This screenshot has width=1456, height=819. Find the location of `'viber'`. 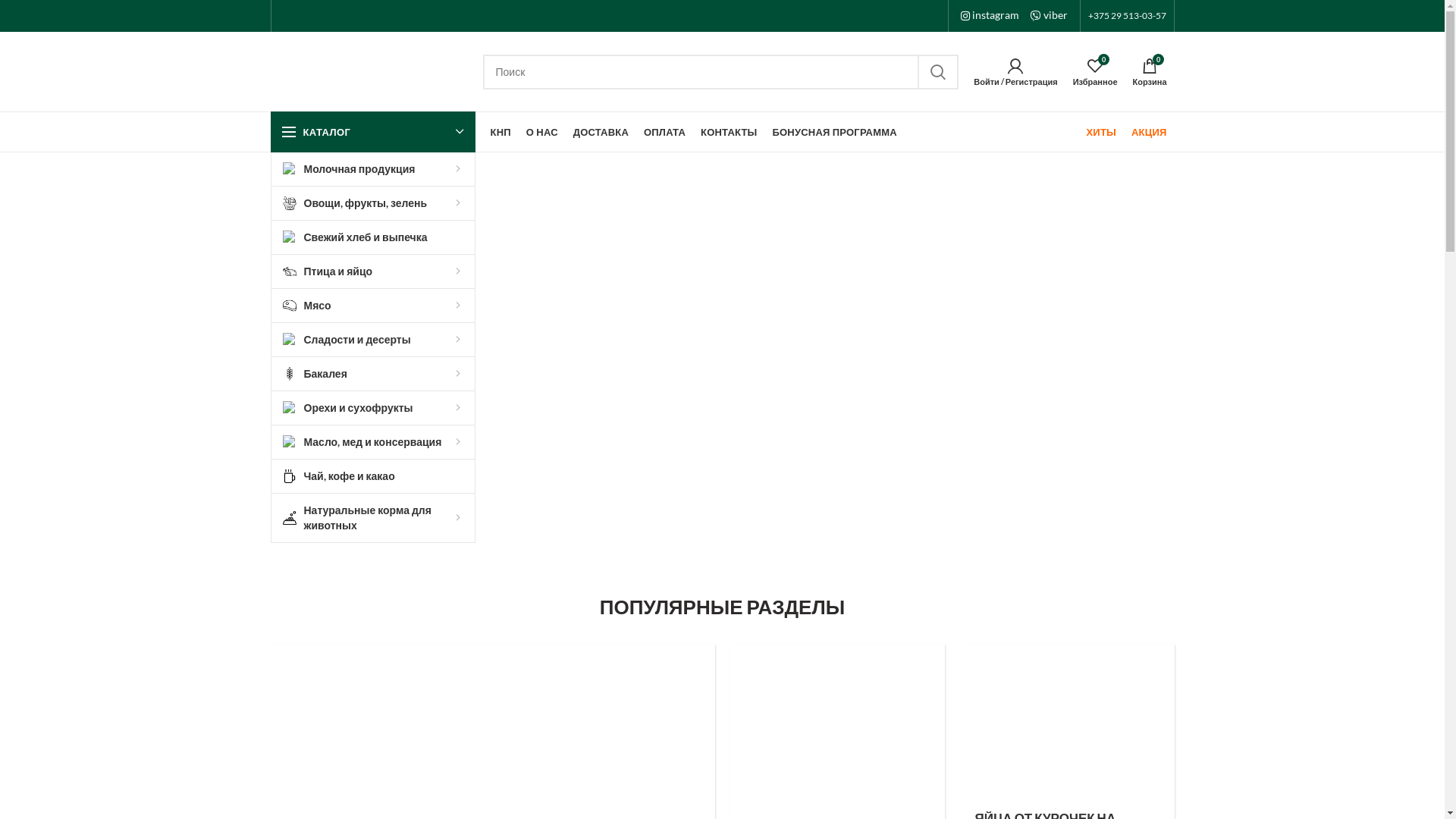

'viber' is located at coordinates (1047, 14).